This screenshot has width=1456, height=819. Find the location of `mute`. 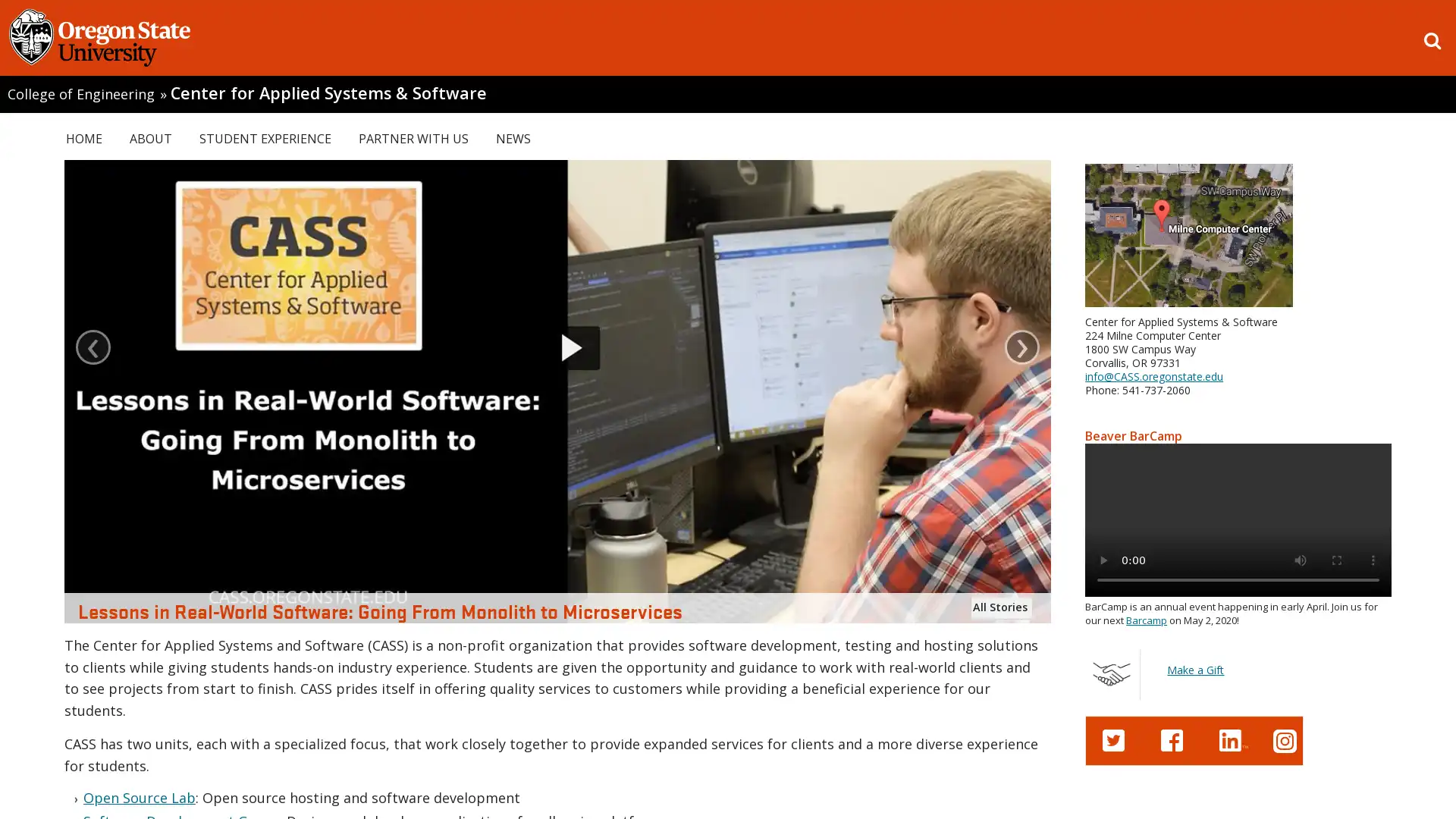

mute is located at coordinates (1298, 559).